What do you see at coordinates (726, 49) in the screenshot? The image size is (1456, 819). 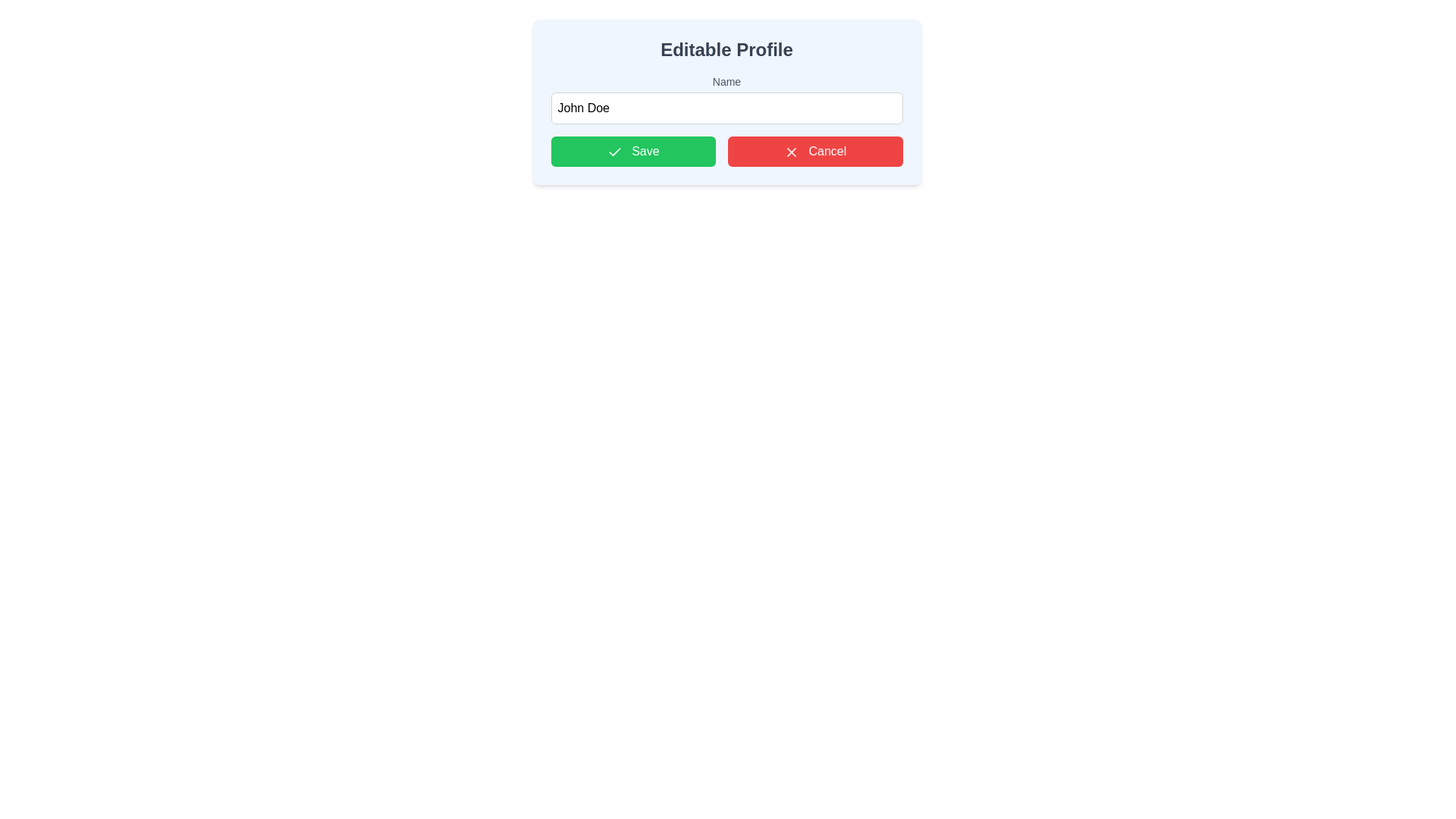 I see `the 'Editable Profile' text label that is styled with a bold and slightly larger font, positioned at the top-center of the card-like component` at bounding box center [726, 49].